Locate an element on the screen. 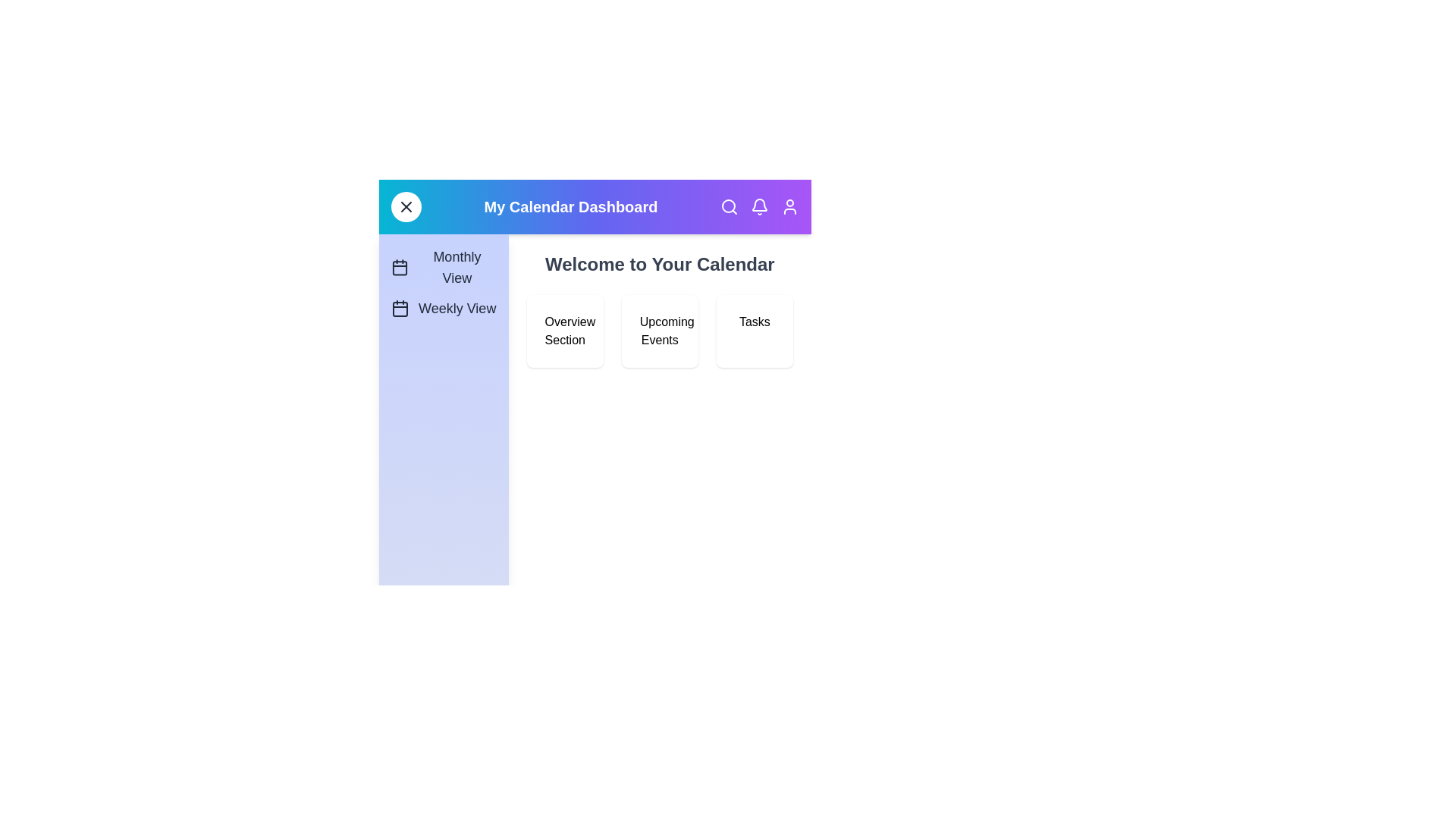  the calendar icon located in the left navigation sidebar, which is styled with a dark outline and is adjacent to the 'Monthly View' text label is located at coordinates (400, 267).